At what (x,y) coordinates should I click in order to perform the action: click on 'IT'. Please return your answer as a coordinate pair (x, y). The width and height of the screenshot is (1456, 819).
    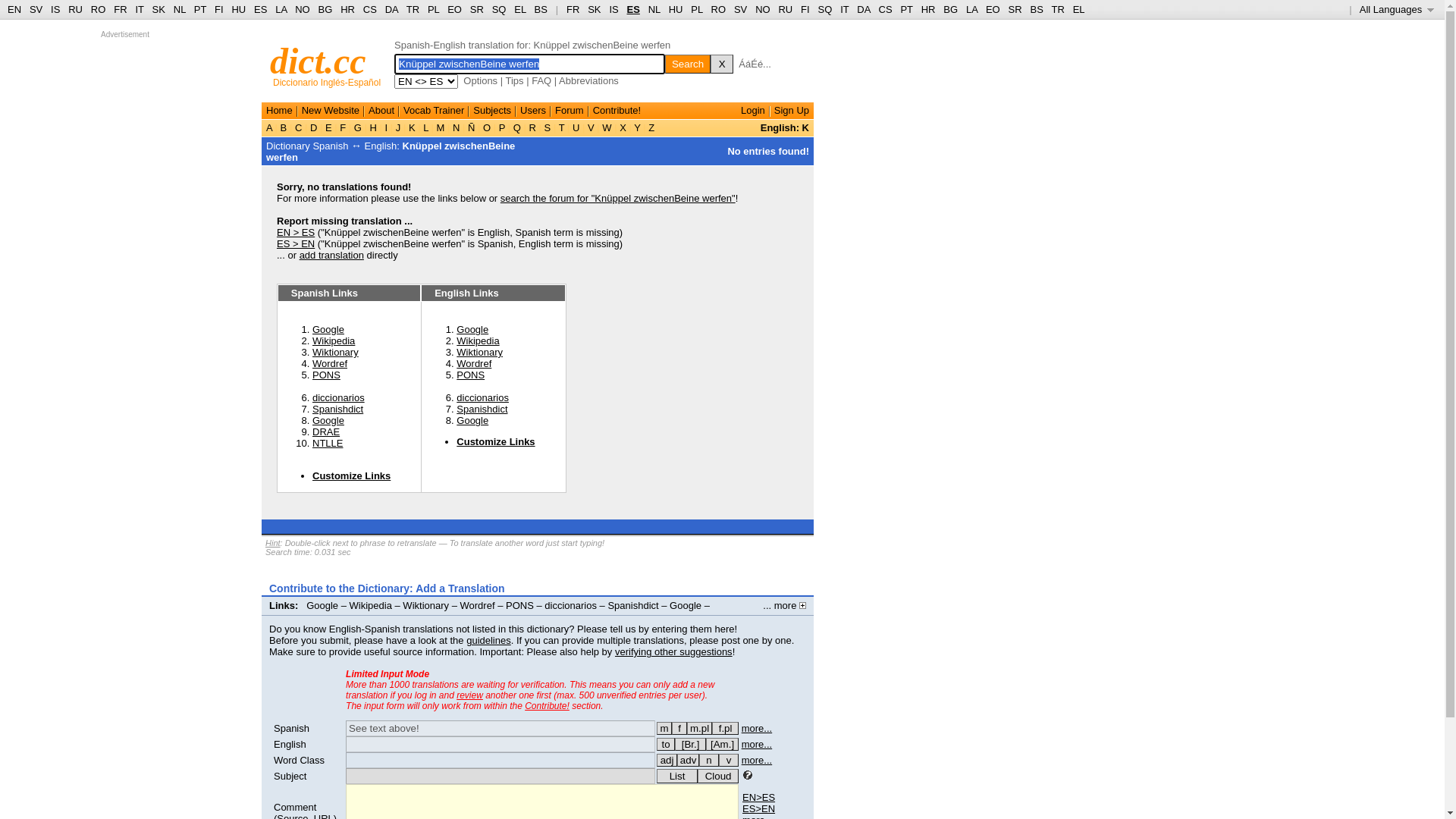
    Looking at the image, I should click on (139, 9).